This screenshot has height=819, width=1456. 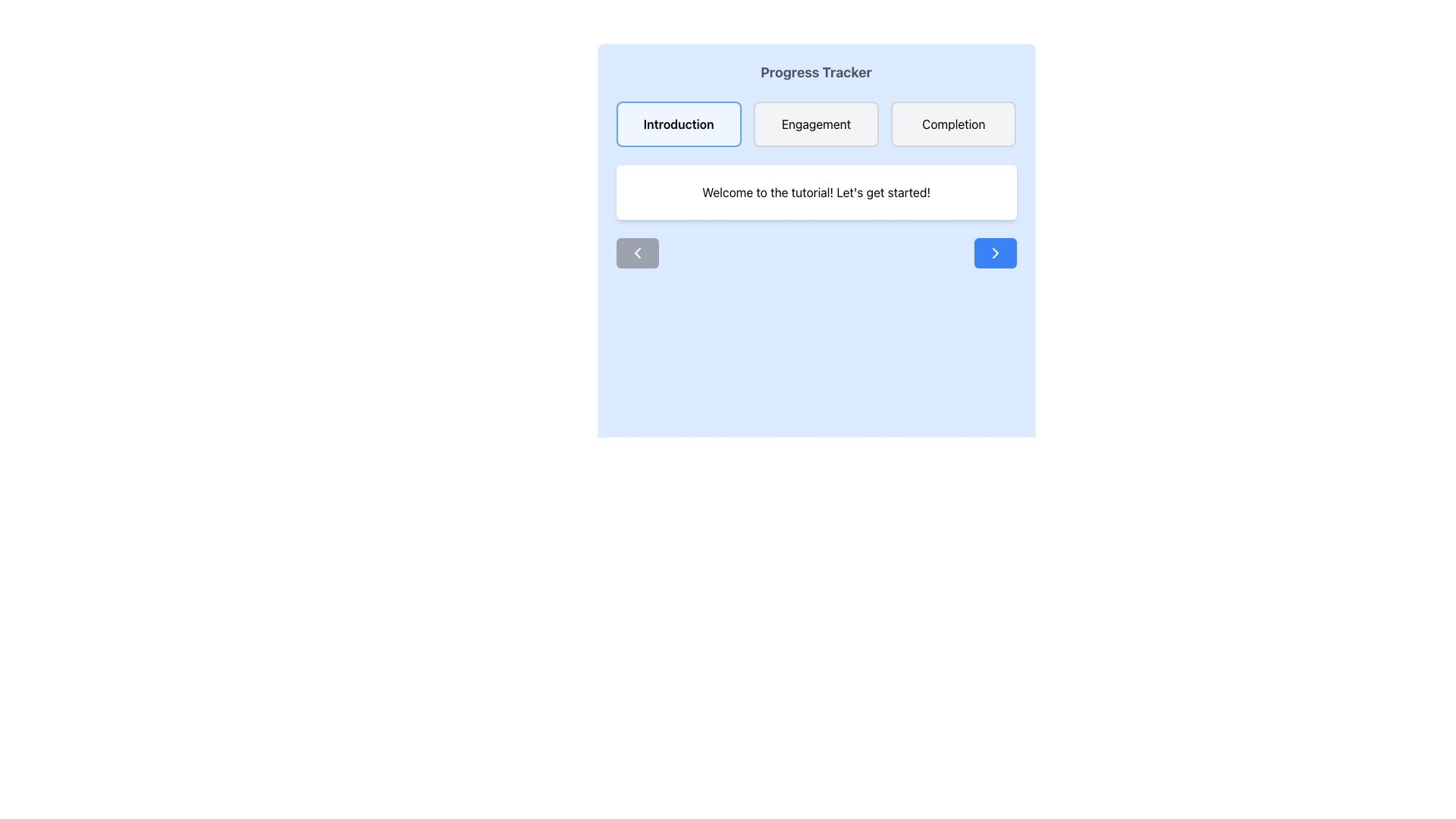 What do you see at coordinates (995, 253) in the screenshot?
I see `the chevron icon located at the bottom right corner of the blue-background interface panel` at bounding box center [995, 253].